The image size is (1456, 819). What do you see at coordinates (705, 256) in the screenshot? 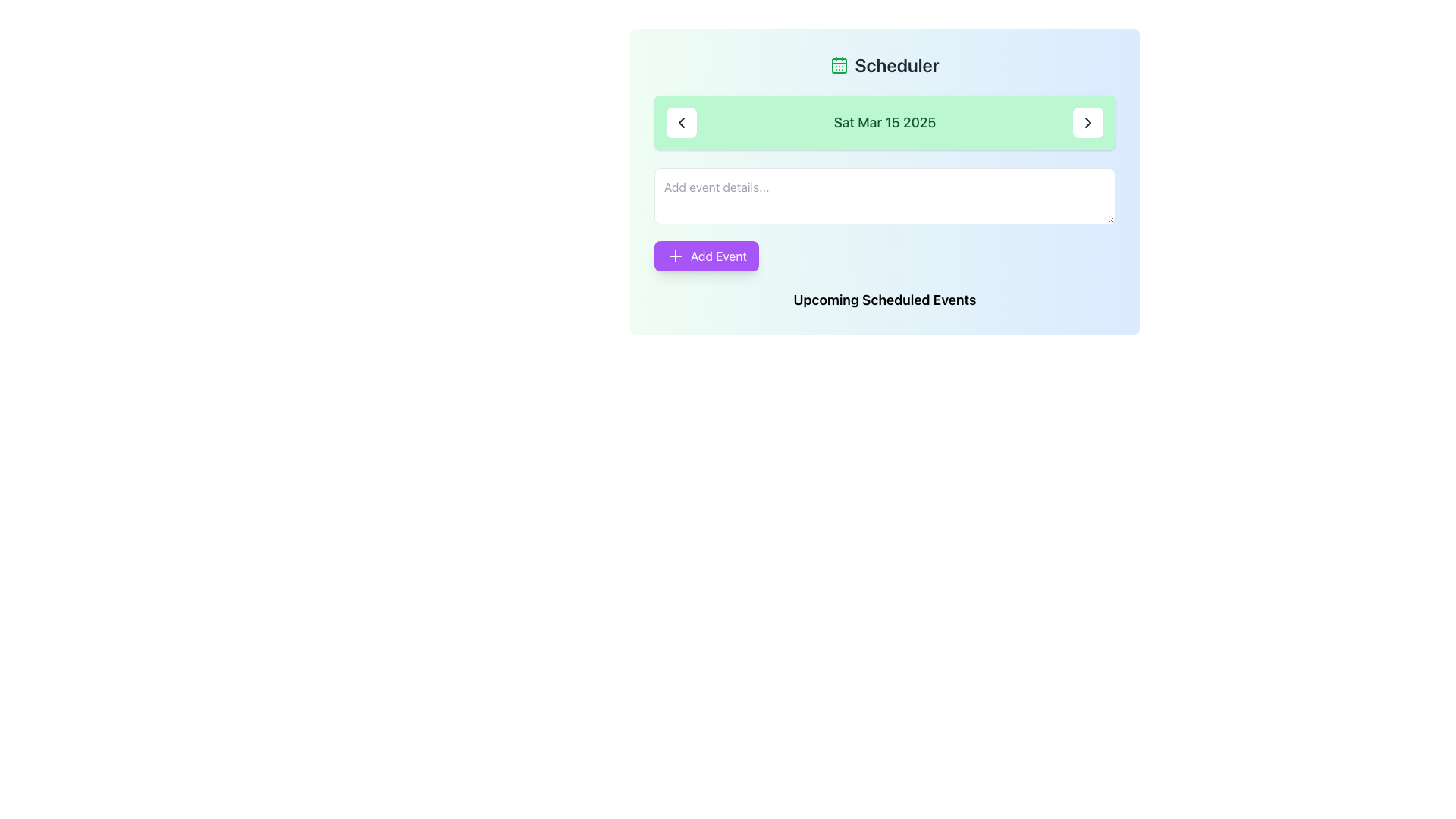
I see `the button located at the bottom left of the interface` at bounding box center [705, 256].